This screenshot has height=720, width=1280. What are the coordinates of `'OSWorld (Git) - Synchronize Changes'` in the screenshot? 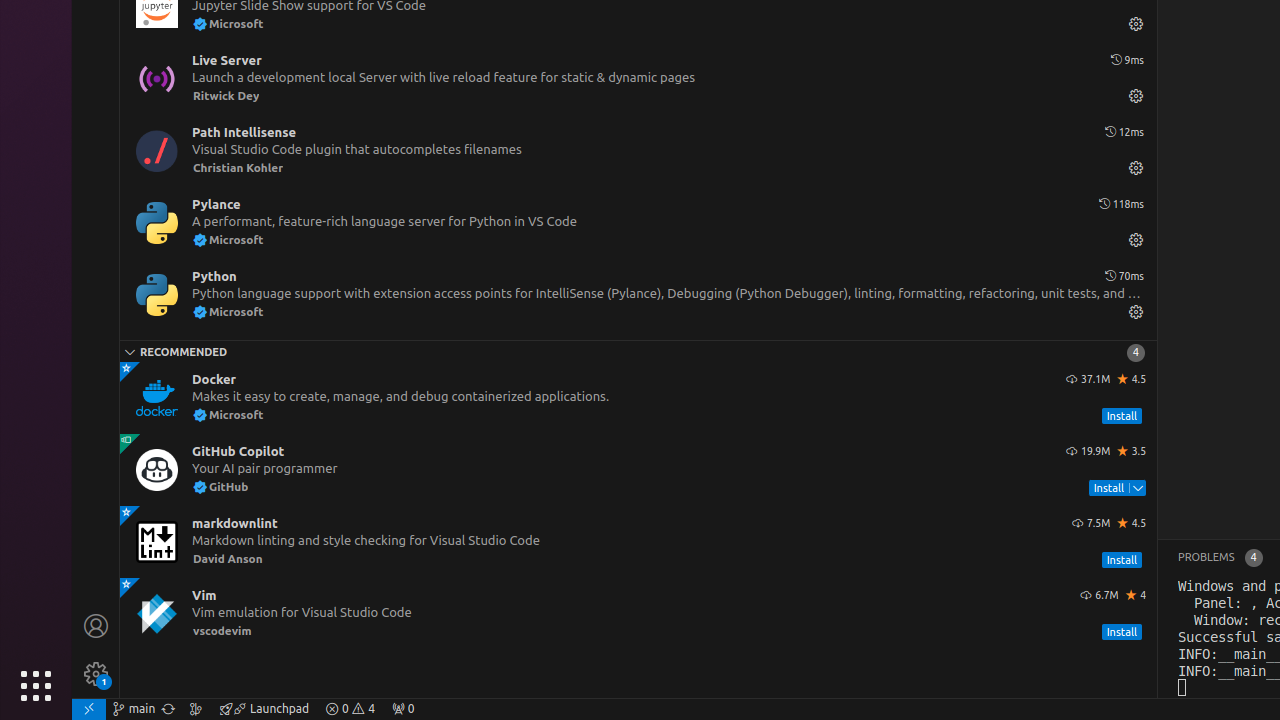 It's located at (168, 707).